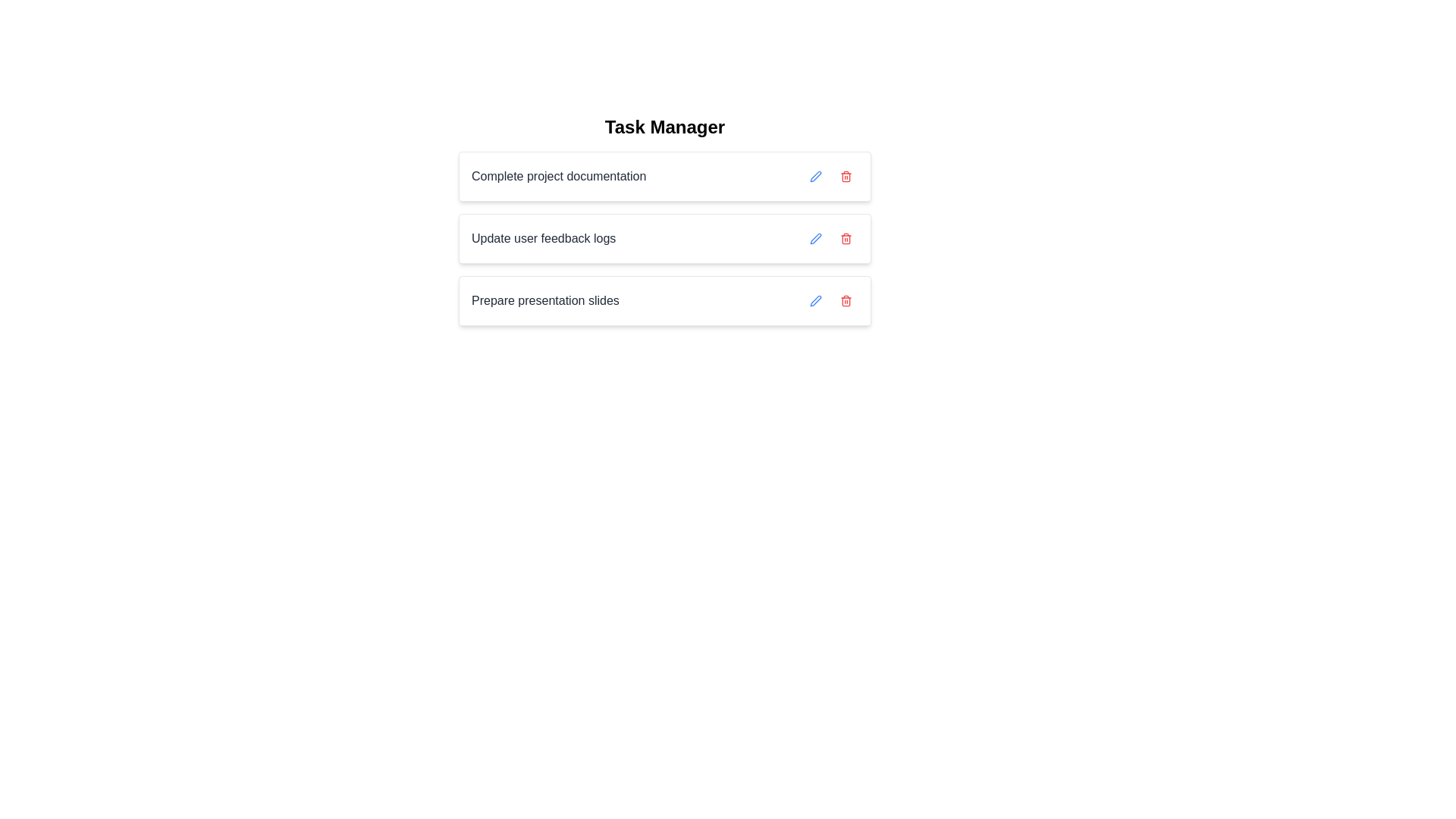 The width and height of the screenshot is (1456, 819). I want to click on text label displaying 'Prepare presentation slides' to understand the task description, so click(545, 301).